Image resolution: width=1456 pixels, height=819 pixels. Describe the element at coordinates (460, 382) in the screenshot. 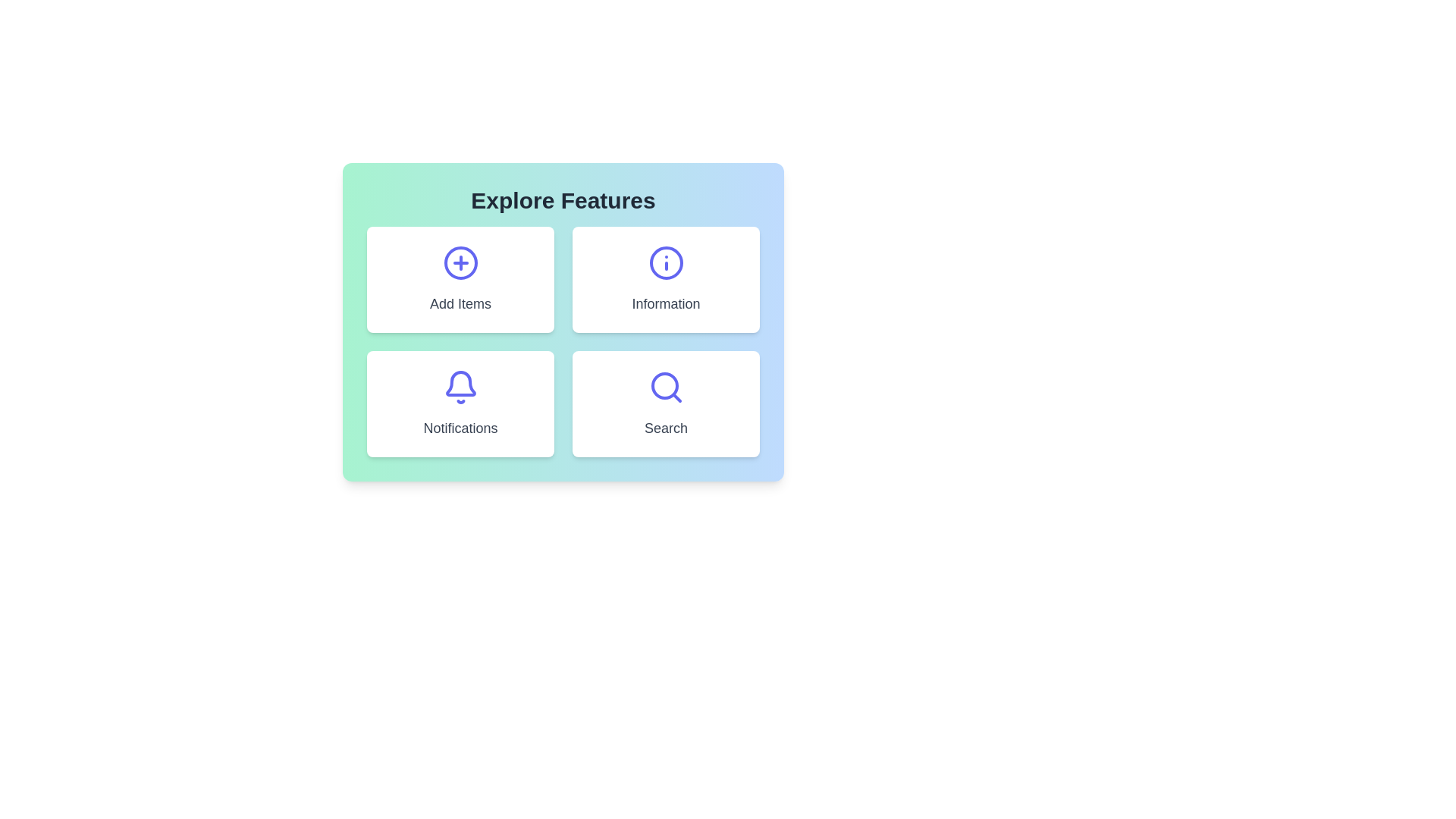

I see `the lower curved section of the bell icon located in the 'Notifications' layout under 'Explore Features'` at that location.